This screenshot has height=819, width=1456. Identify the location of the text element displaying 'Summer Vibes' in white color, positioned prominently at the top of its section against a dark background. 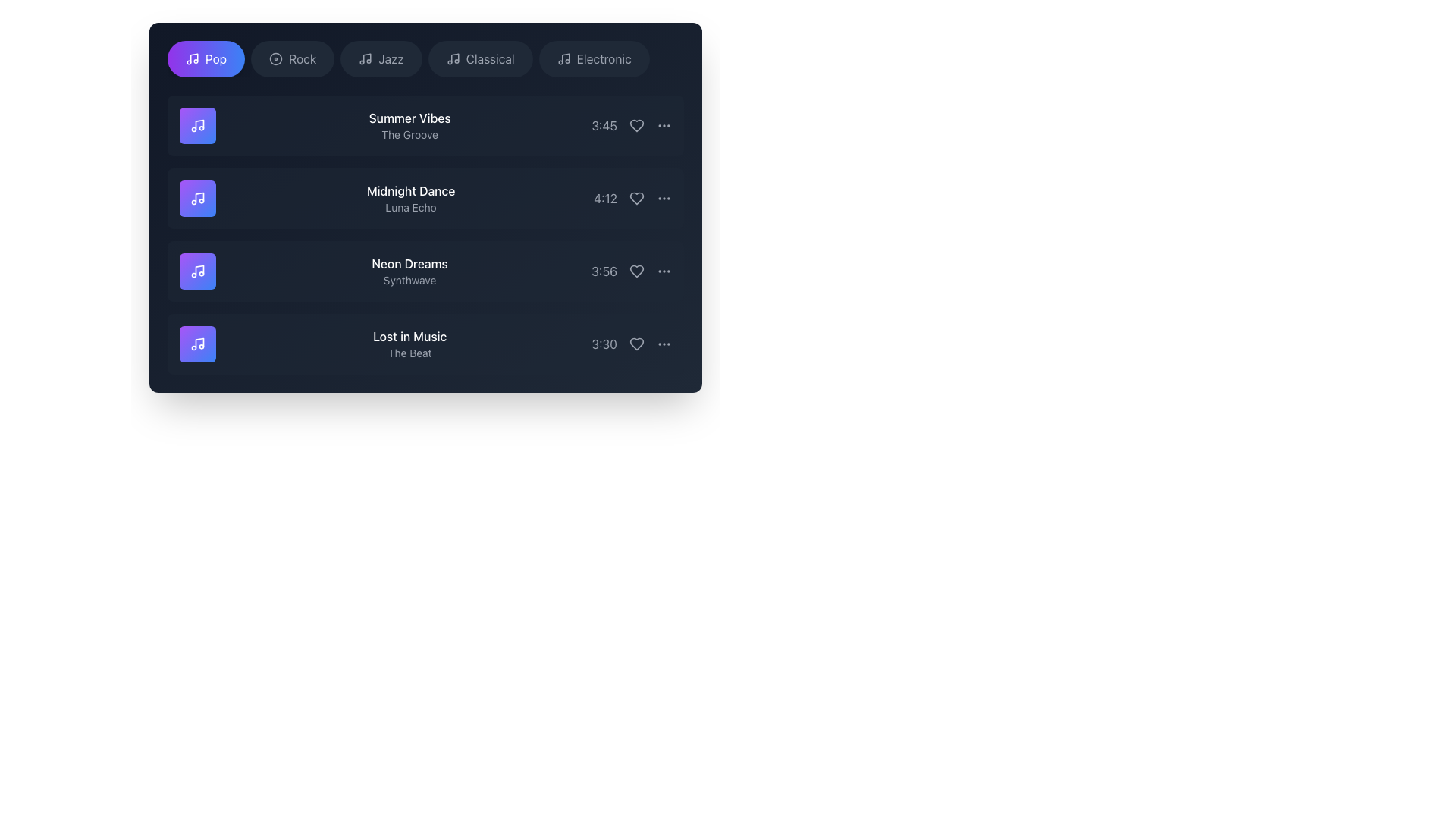
(409, 117).